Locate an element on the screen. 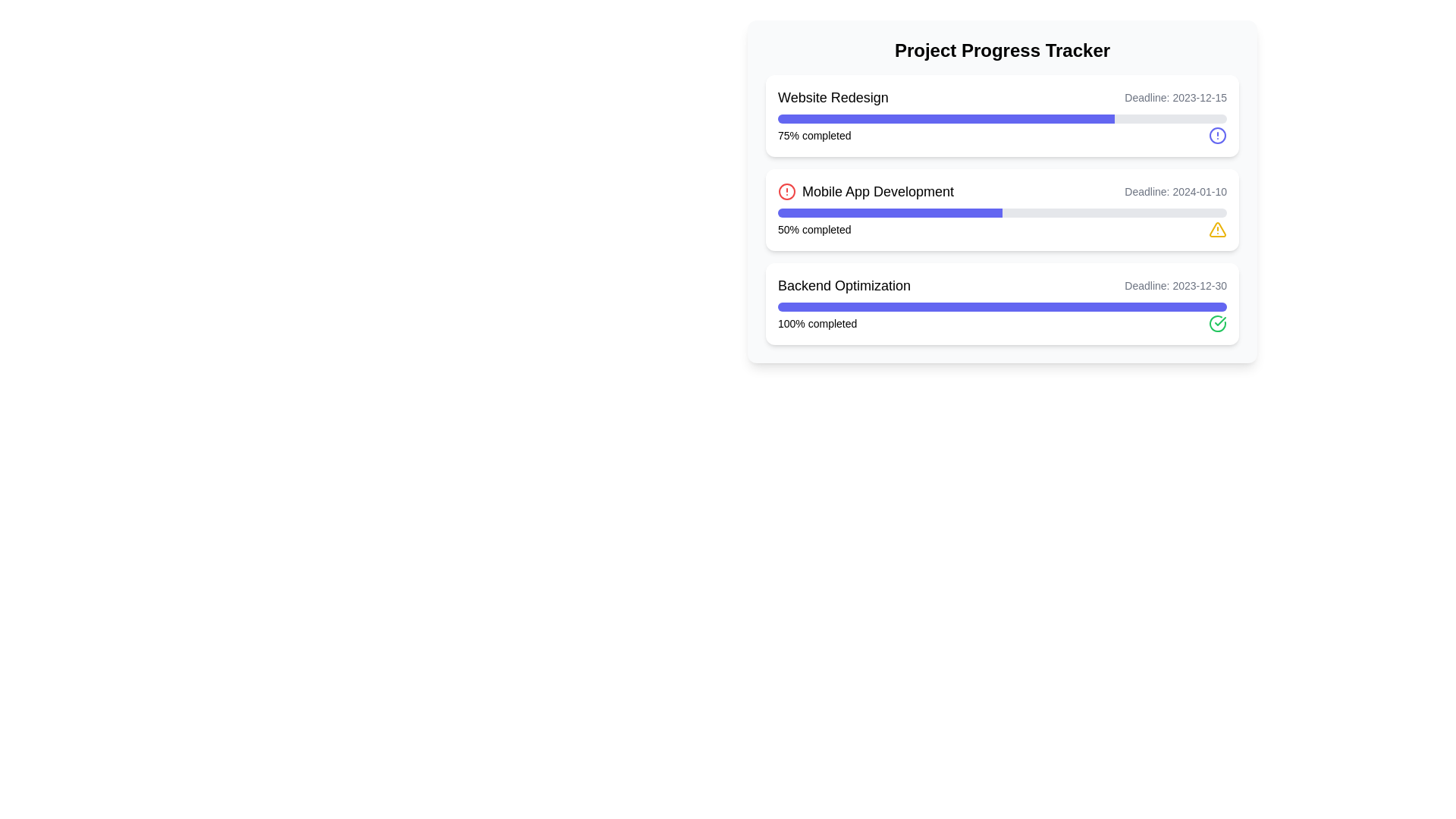  the yellow triangle alert icon with a black outline and an exclamation mark, located at the far right of the 'Mobile App Development' progress tracker row to associate it with the progress tracker is located at coordinates (1218, 230).